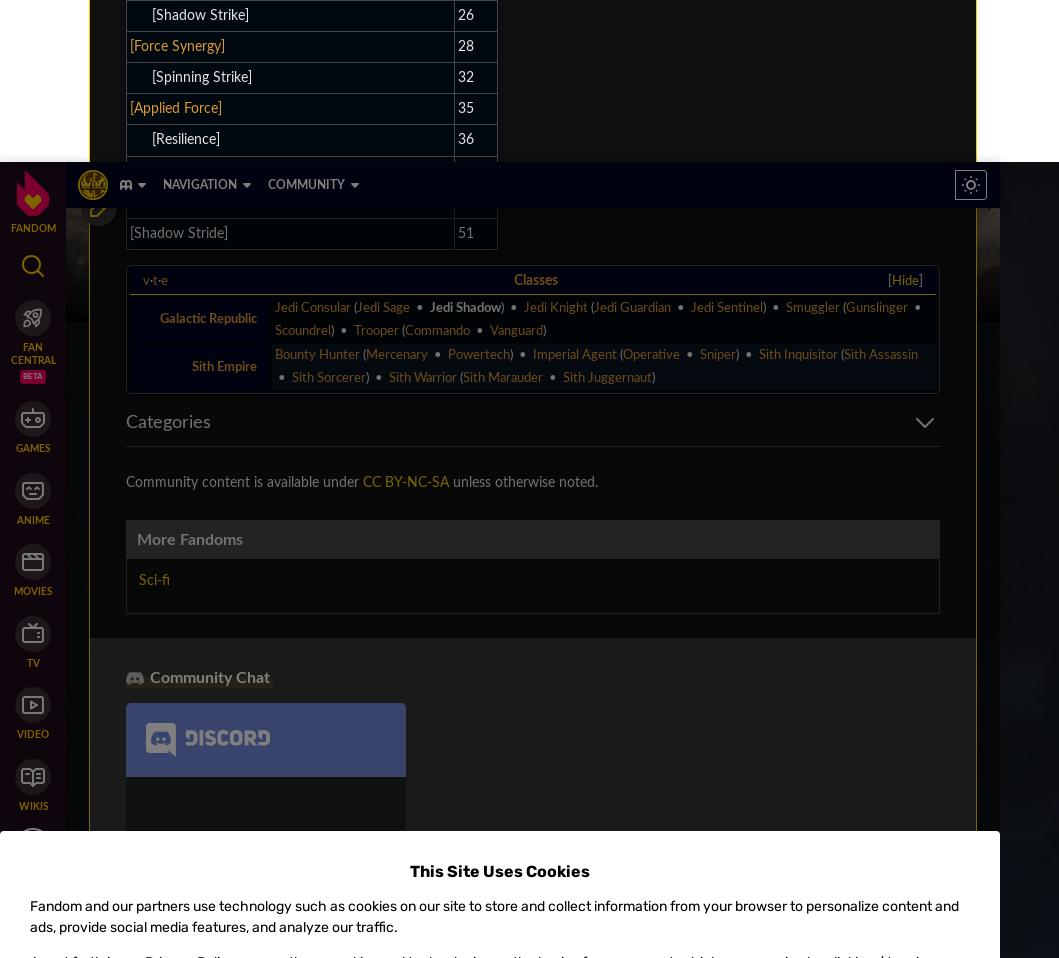 This screenshot has height=958, width=1059. Describe the element at coordinates (121, 211) in the screenshot. I see `'Community'` at that location.